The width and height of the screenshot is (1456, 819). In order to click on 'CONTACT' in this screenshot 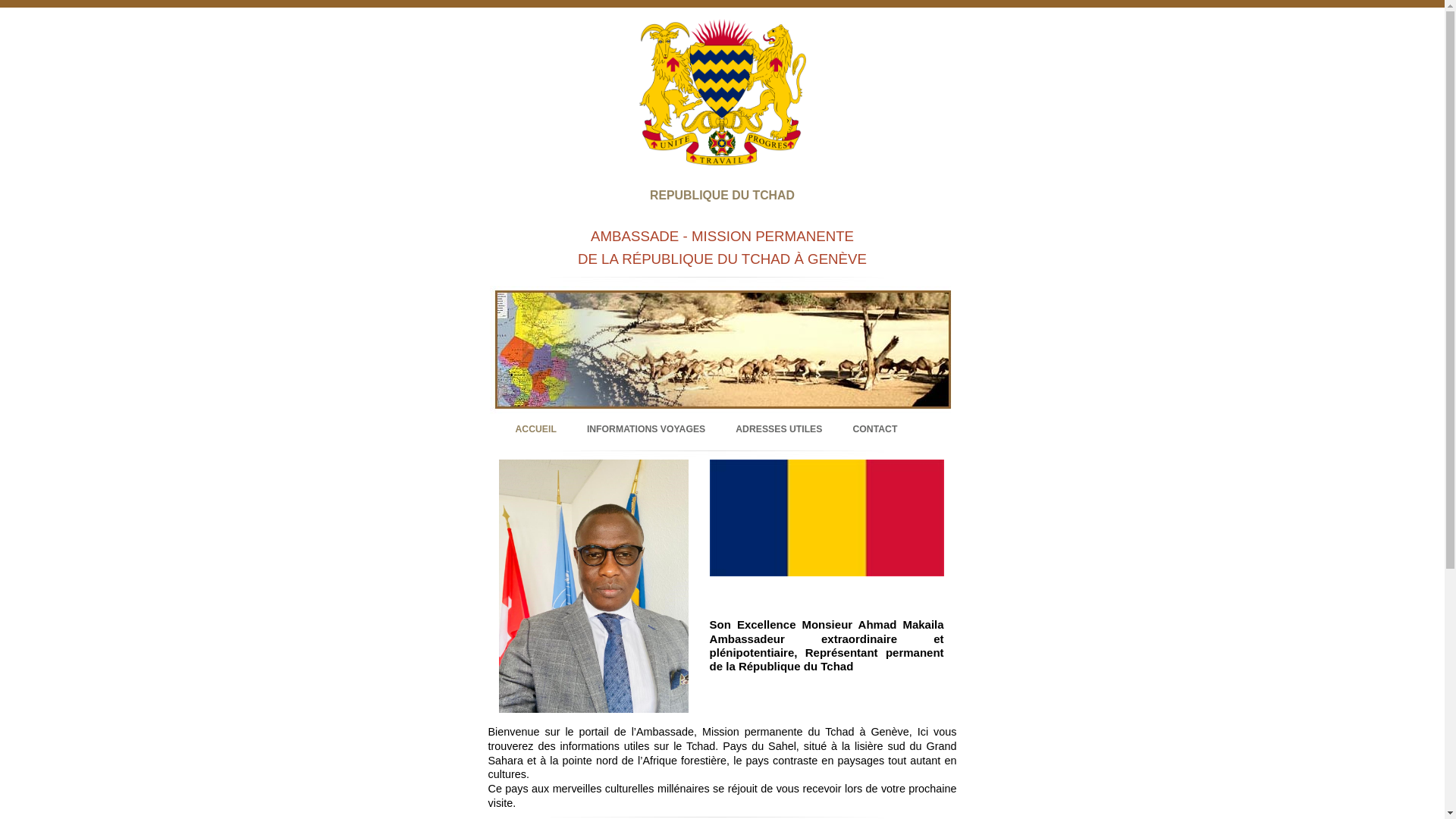, I will do `click(852, 429)`.